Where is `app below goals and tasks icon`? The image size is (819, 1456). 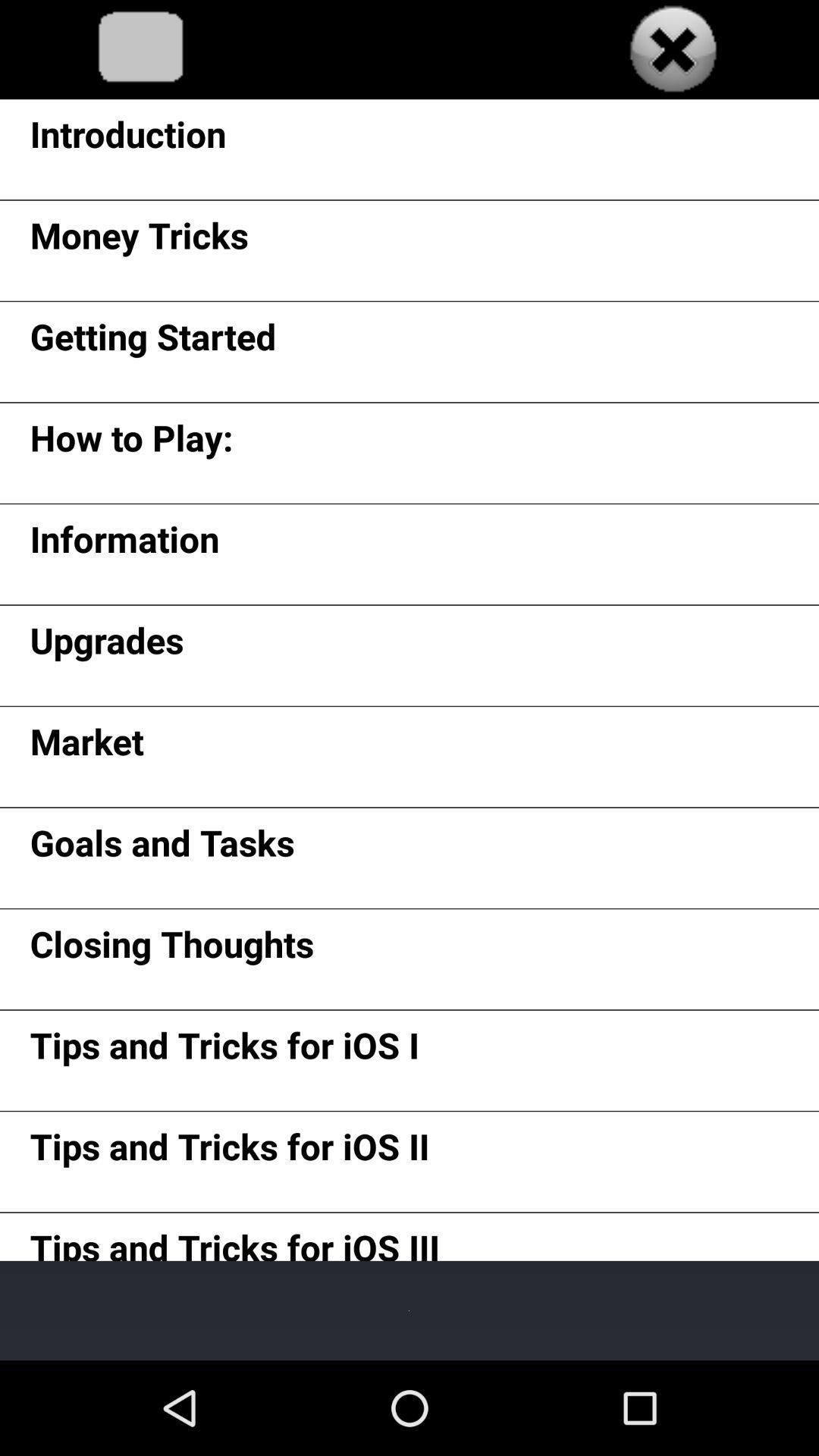 app below goals and tasks icon is located at coordinates (171, 949).